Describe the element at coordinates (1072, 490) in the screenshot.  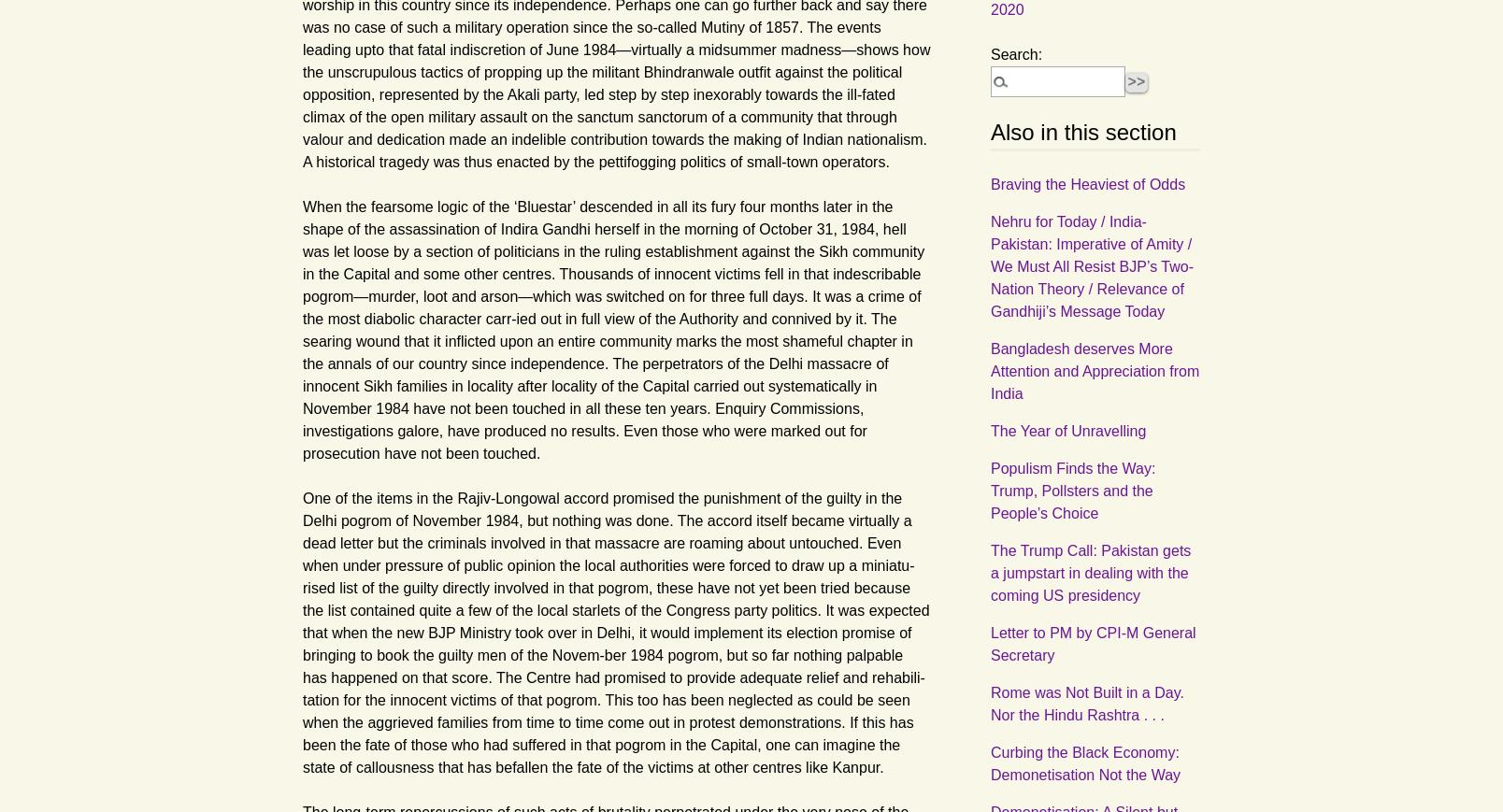
I see `'Populism Finds the Way: Trump, Pollsters and the People’s Choice'` at that location.